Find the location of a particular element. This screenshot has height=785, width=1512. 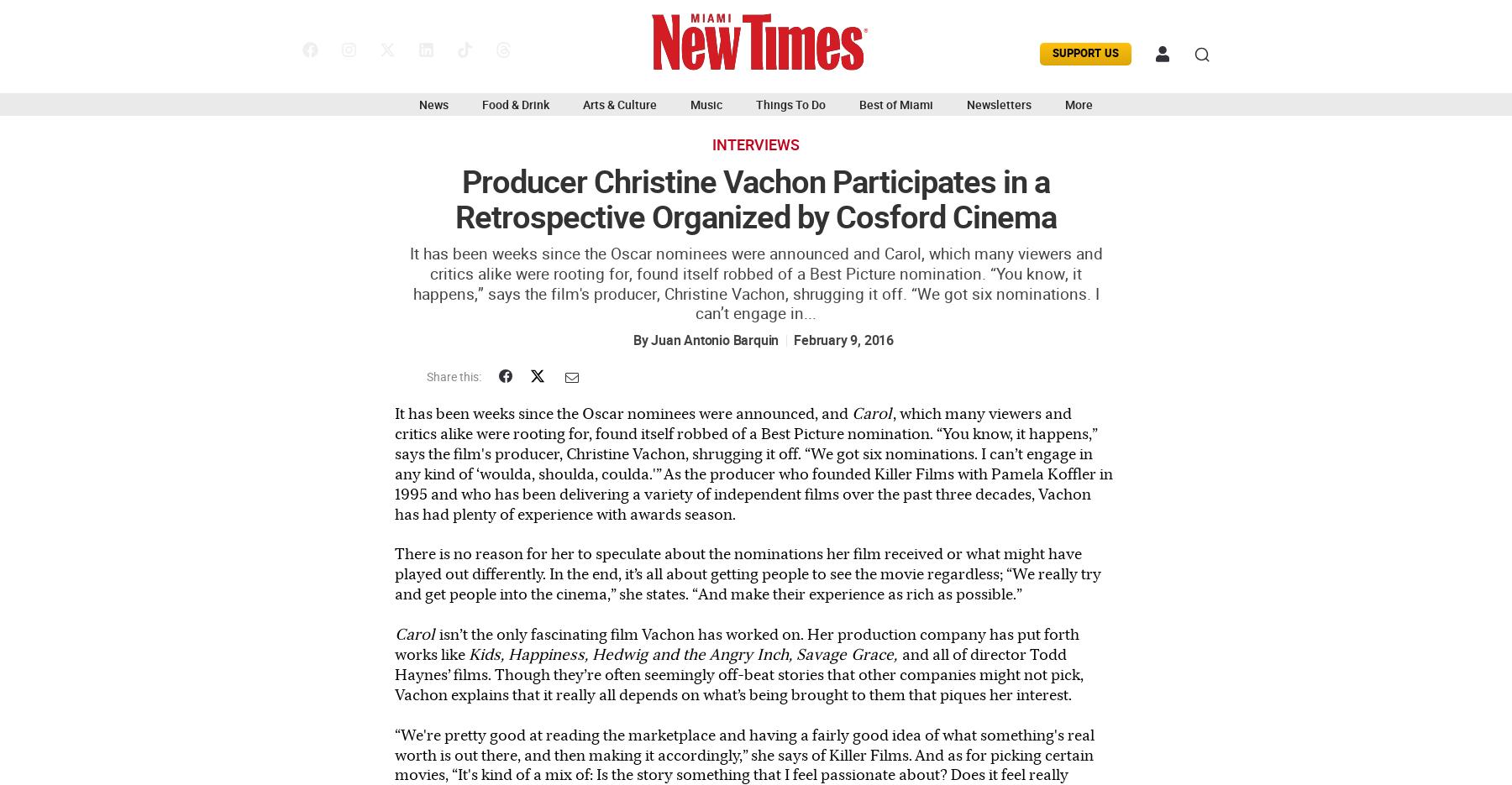

'and all of director Todd Haynes’ films. Though they’re often seemingly off-beat stories that other companies might not pick, Vachon explains that it really all depends on what’s being brought to them that piques her interest.' is located at coordinates (393, 672).